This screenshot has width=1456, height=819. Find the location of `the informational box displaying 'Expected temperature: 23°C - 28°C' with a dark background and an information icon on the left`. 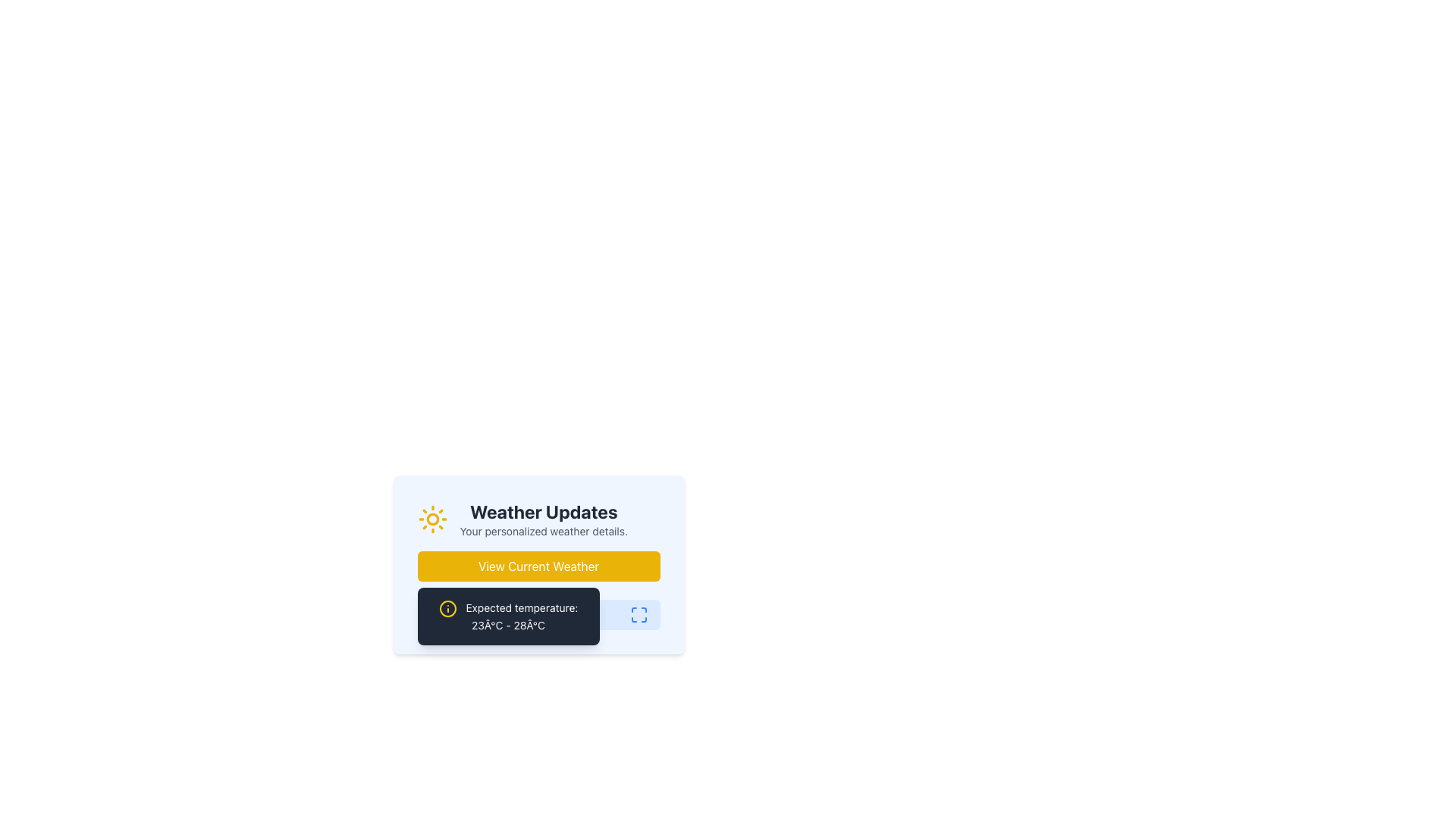

the informational box displaying 'Expected temperature: 23°C - 28°C' with a dark background and an information icon on the left is located at coordinates (538, 631).